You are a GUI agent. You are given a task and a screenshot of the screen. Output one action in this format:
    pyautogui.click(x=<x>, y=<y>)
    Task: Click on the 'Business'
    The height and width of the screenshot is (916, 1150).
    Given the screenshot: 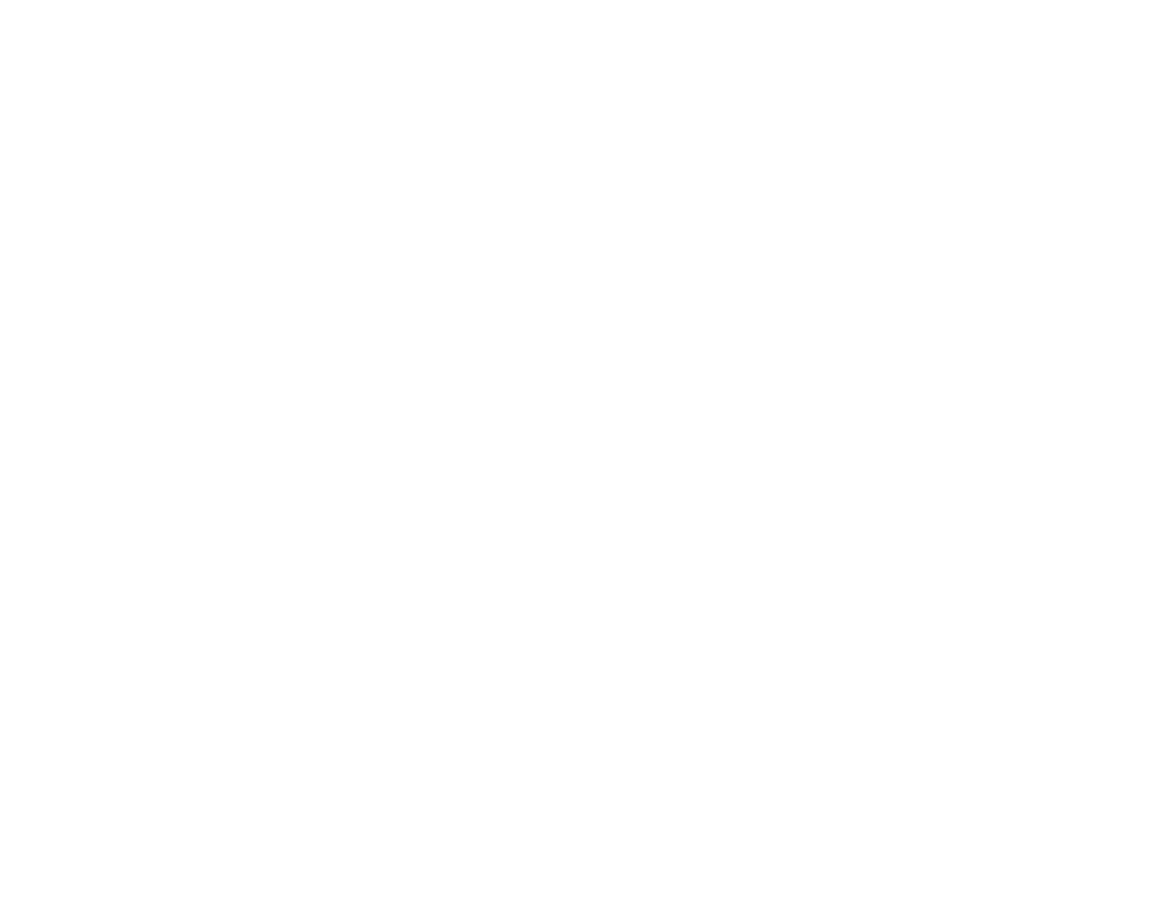 What is the action you would take?
    pyautogui.click(x=799, y=592)
    